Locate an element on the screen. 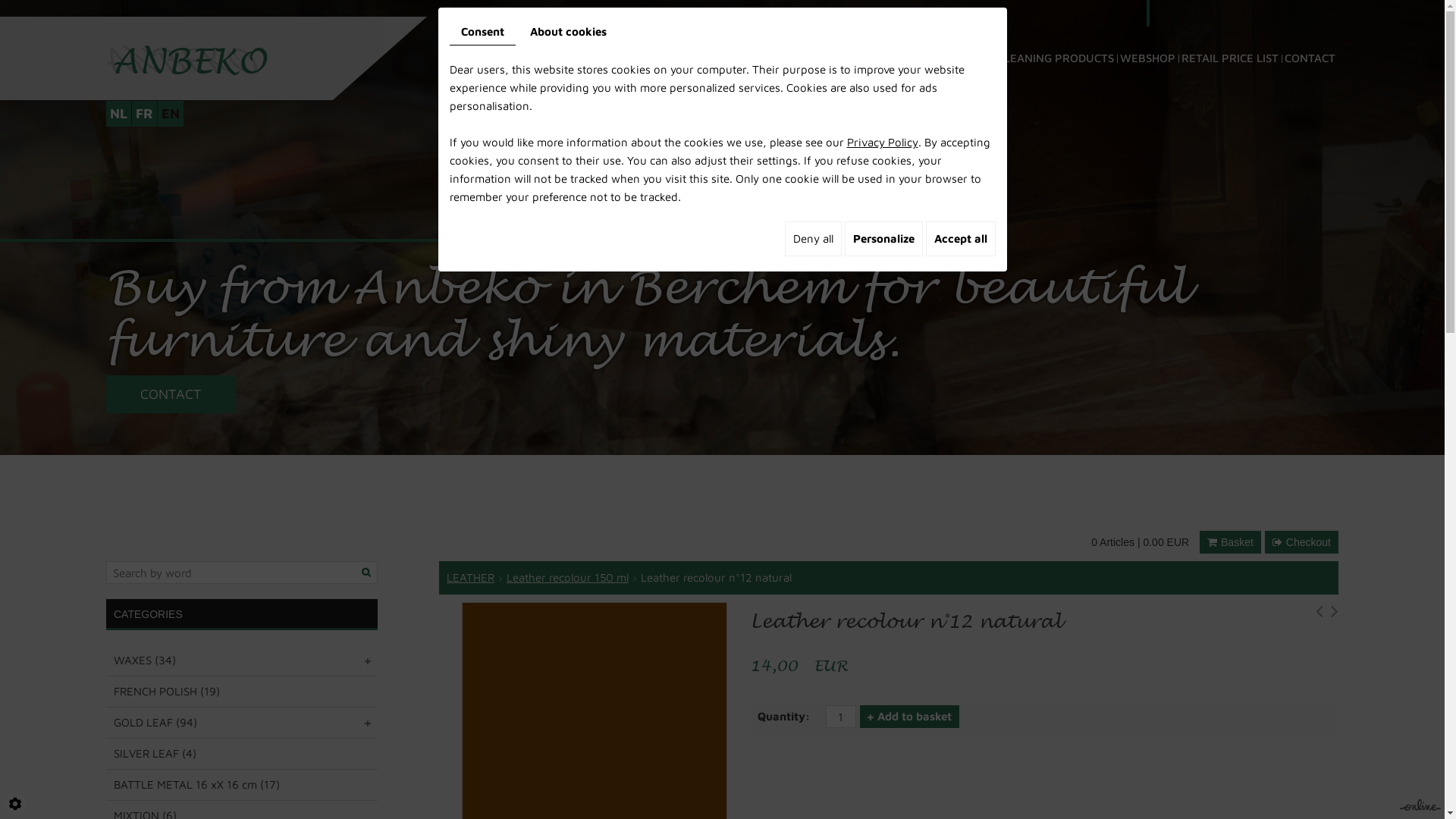 Image resolution: width=1456 pixels, height=819 pixels. 'Anbeko - Restoratieproducten' is located at coordinates (186, 58).